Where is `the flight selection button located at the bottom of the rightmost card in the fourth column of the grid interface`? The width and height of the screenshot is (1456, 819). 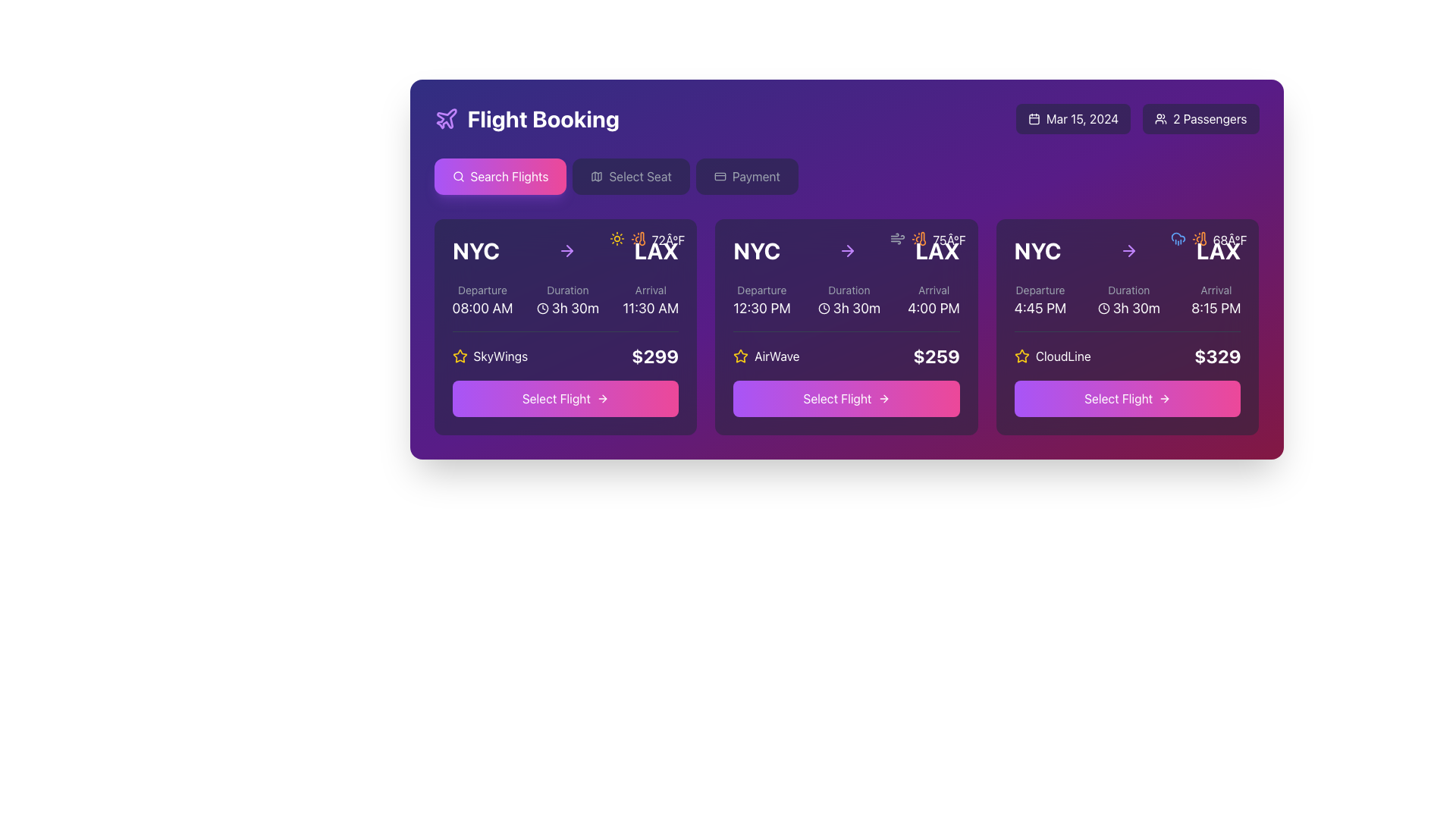
the flight selection button located at the bottom of the rightmost card in the fourth column of the grid interface is located at coordinates (1128, 397).